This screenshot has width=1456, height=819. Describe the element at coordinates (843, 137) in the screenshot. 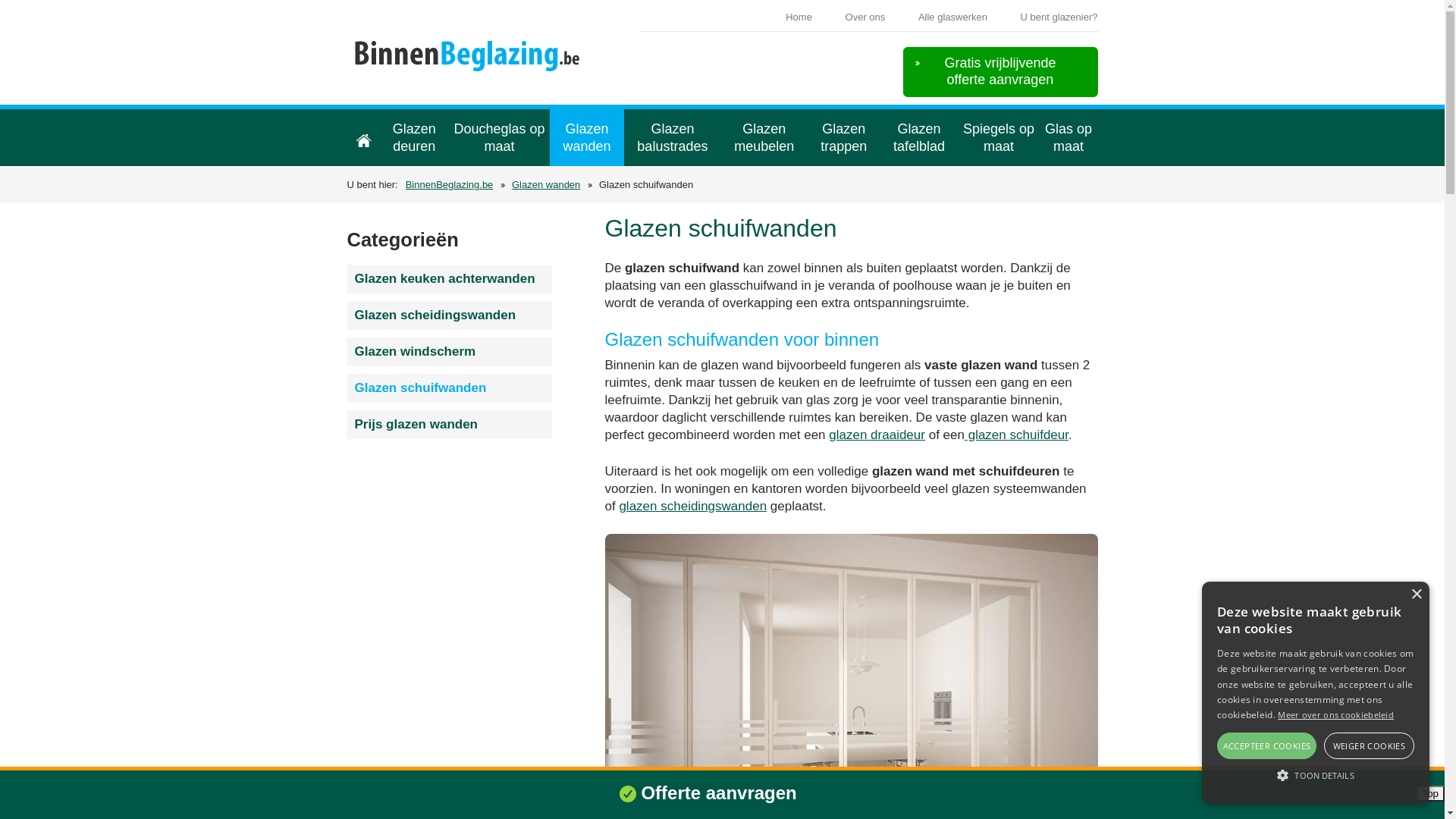

I see `'Glazen trappen'` at that location.